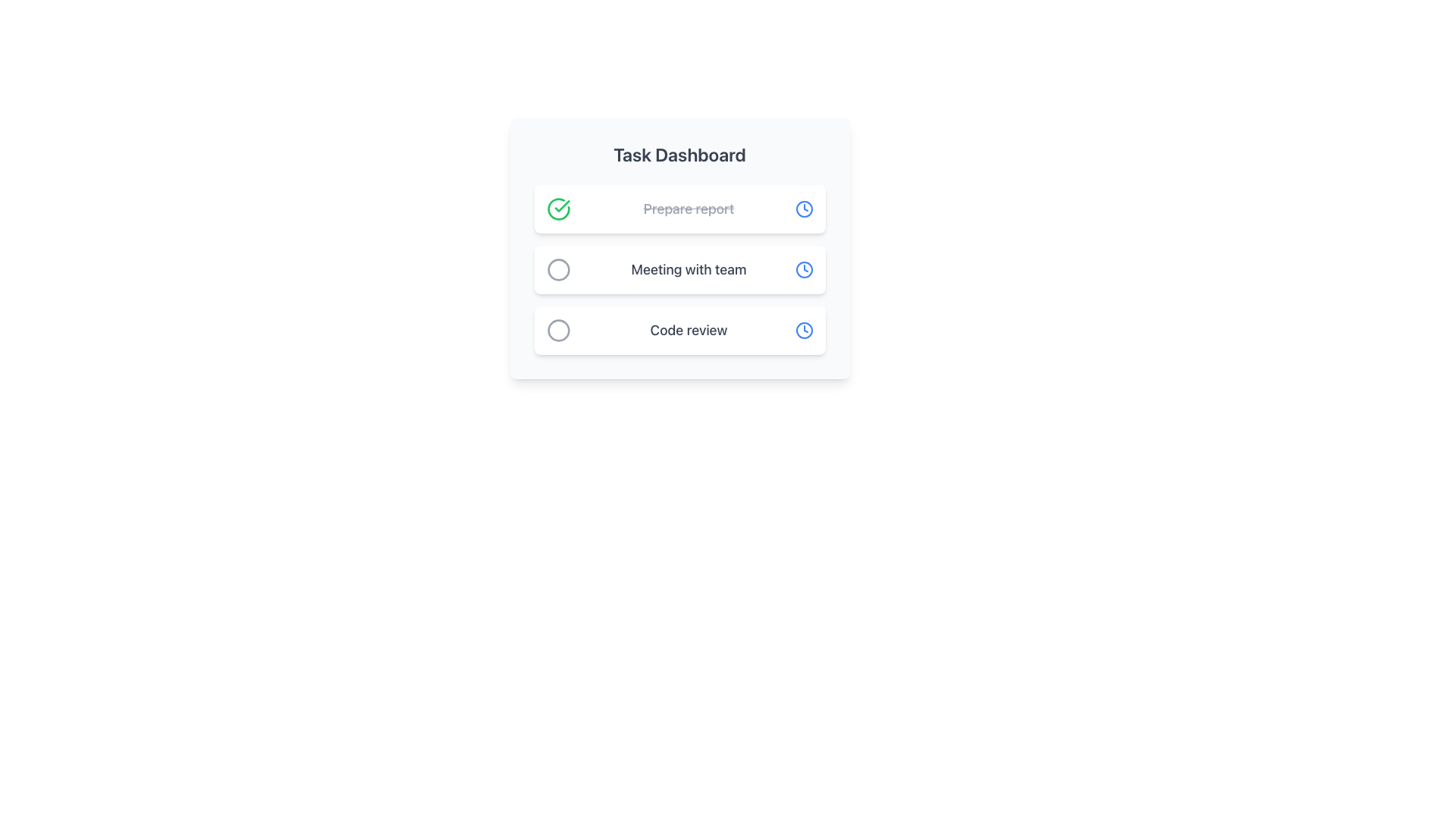 The width and height of the screenshot is (1456, 819). I want to click on SVG circle element representing the clock face of the icon located at the right end of the first task in the task dashboard list, so click(803, 209).